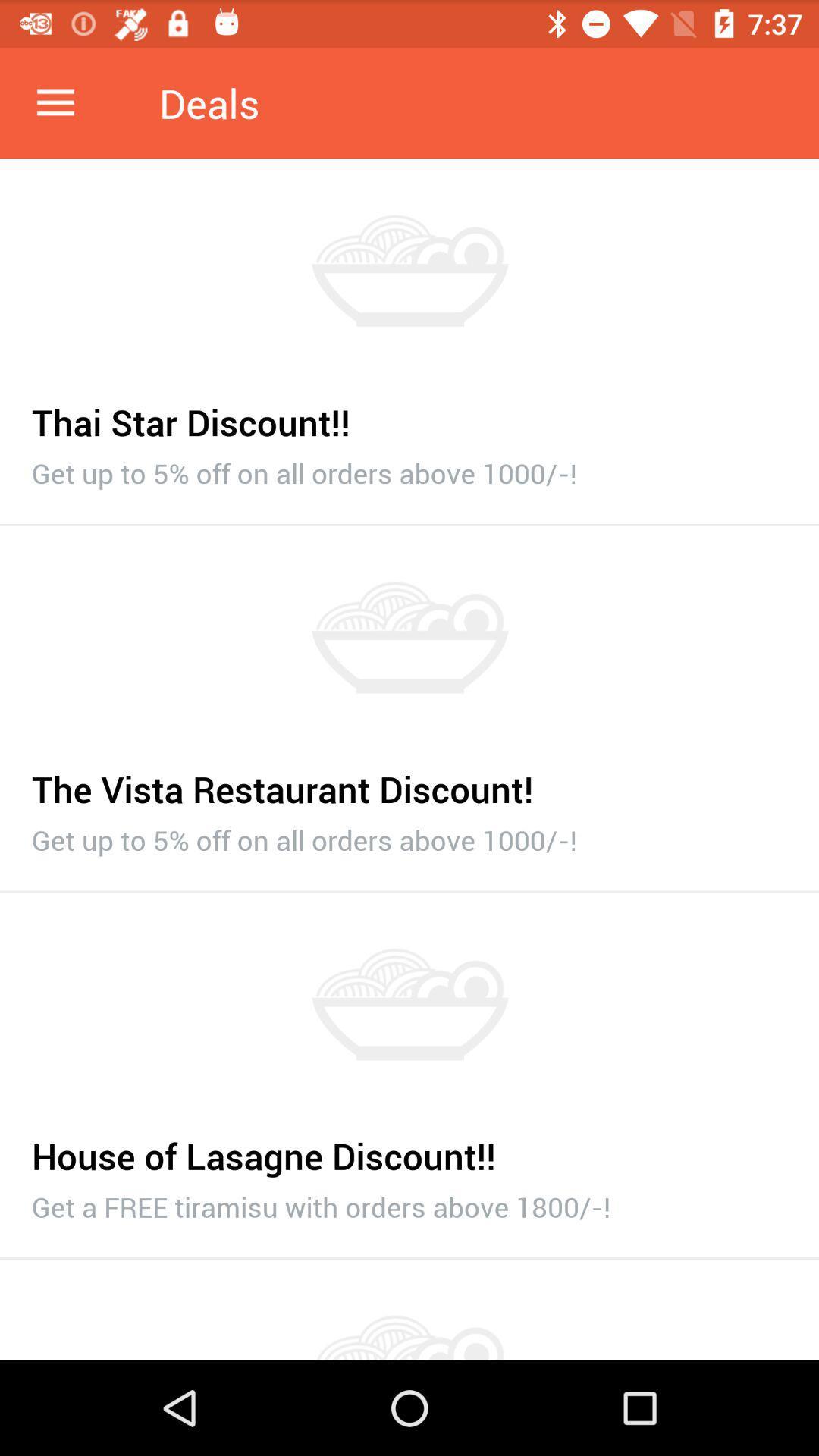  What do you see at coordinates (409, 1147) in the screenshot?
I see `house of lasagne icon` at bounding box center [409, 1147].